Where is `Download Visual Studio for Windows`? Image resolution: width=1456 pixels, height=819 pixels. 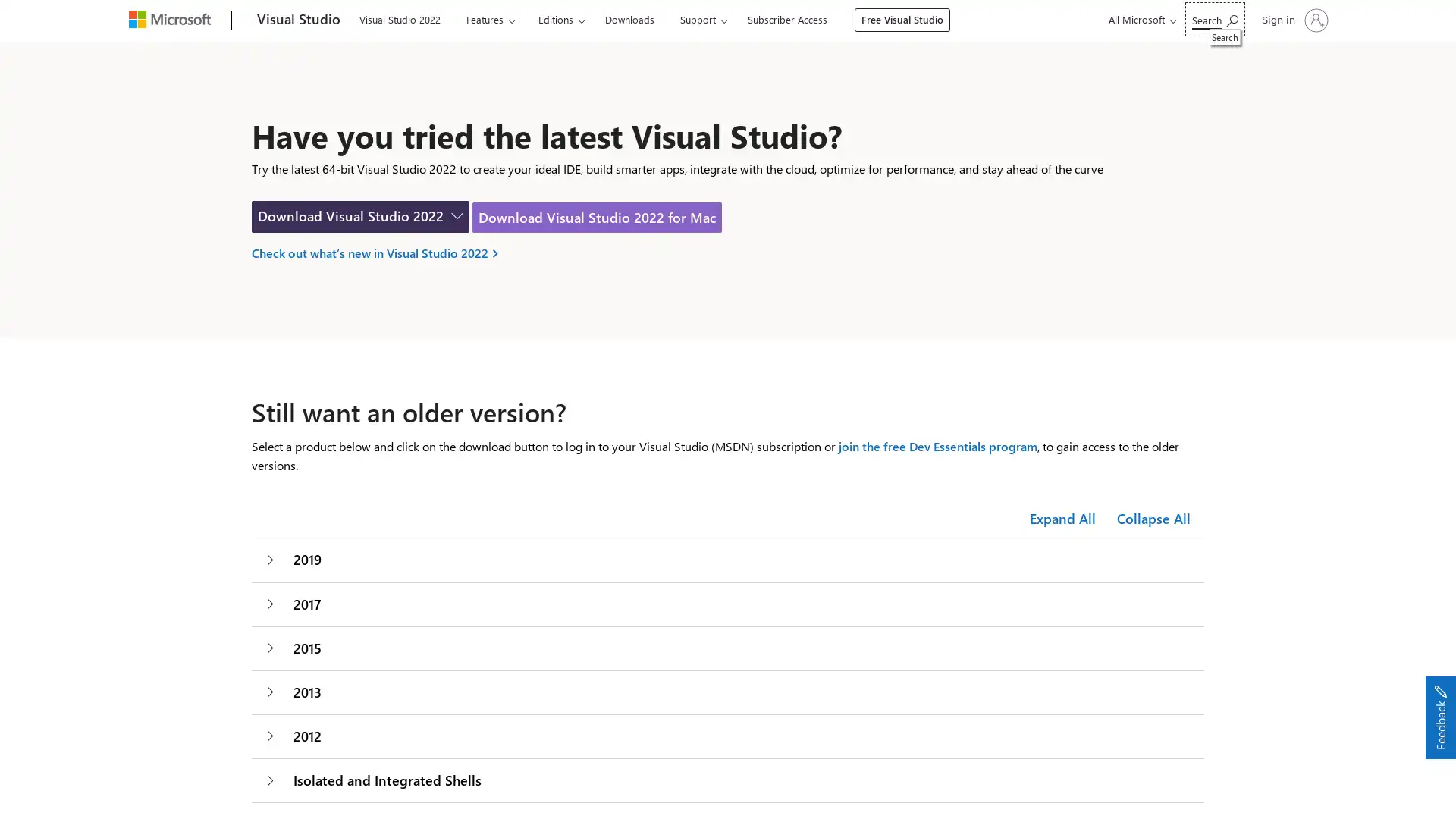
Download Visual Studio for Windows is located at coordinates (359, 216).